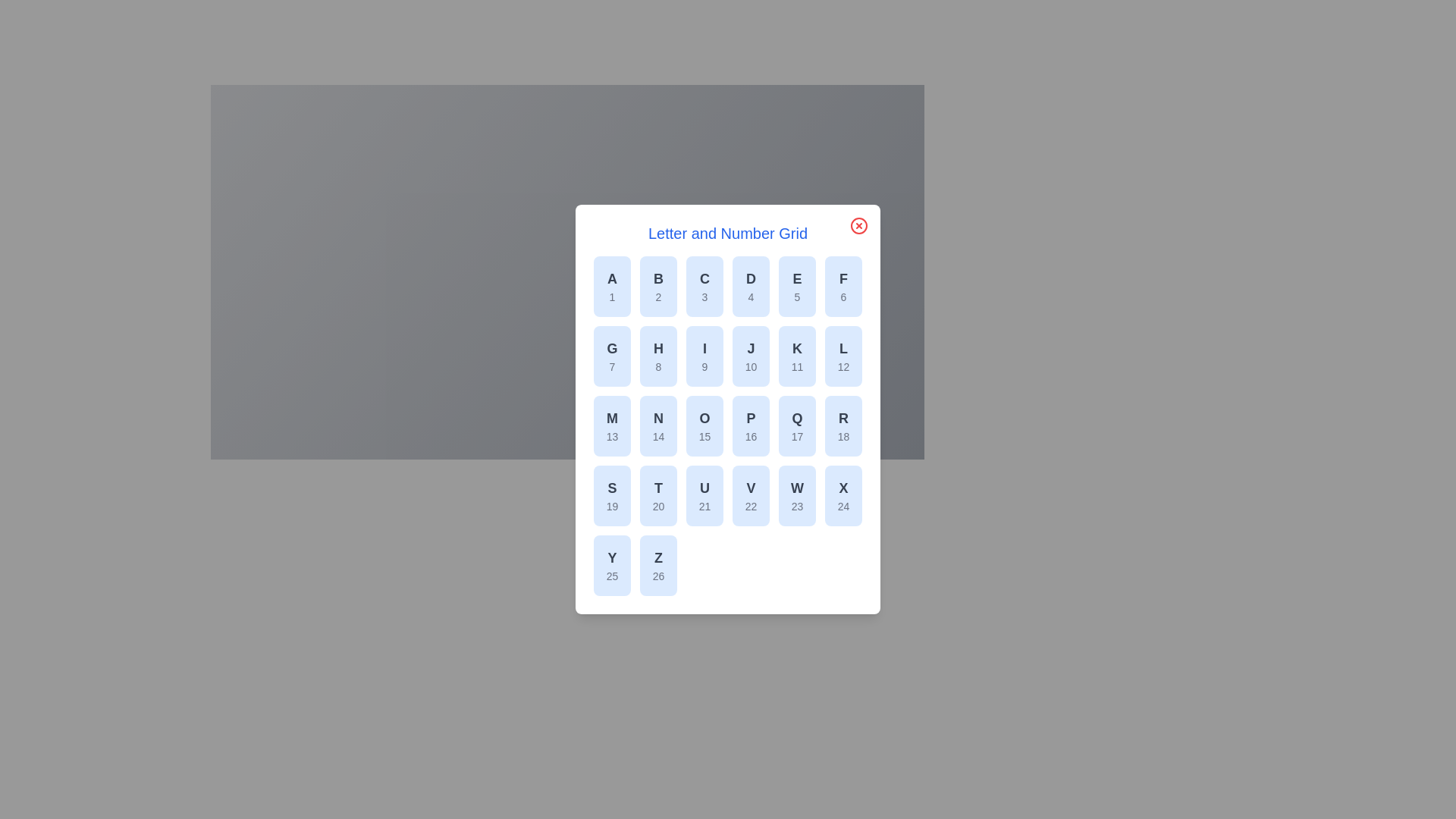 The image size is (1456, 819). Describe the element at coordinates (704, 426) in the screenshot. I see `the grid item corresponding to letter O` at that location.